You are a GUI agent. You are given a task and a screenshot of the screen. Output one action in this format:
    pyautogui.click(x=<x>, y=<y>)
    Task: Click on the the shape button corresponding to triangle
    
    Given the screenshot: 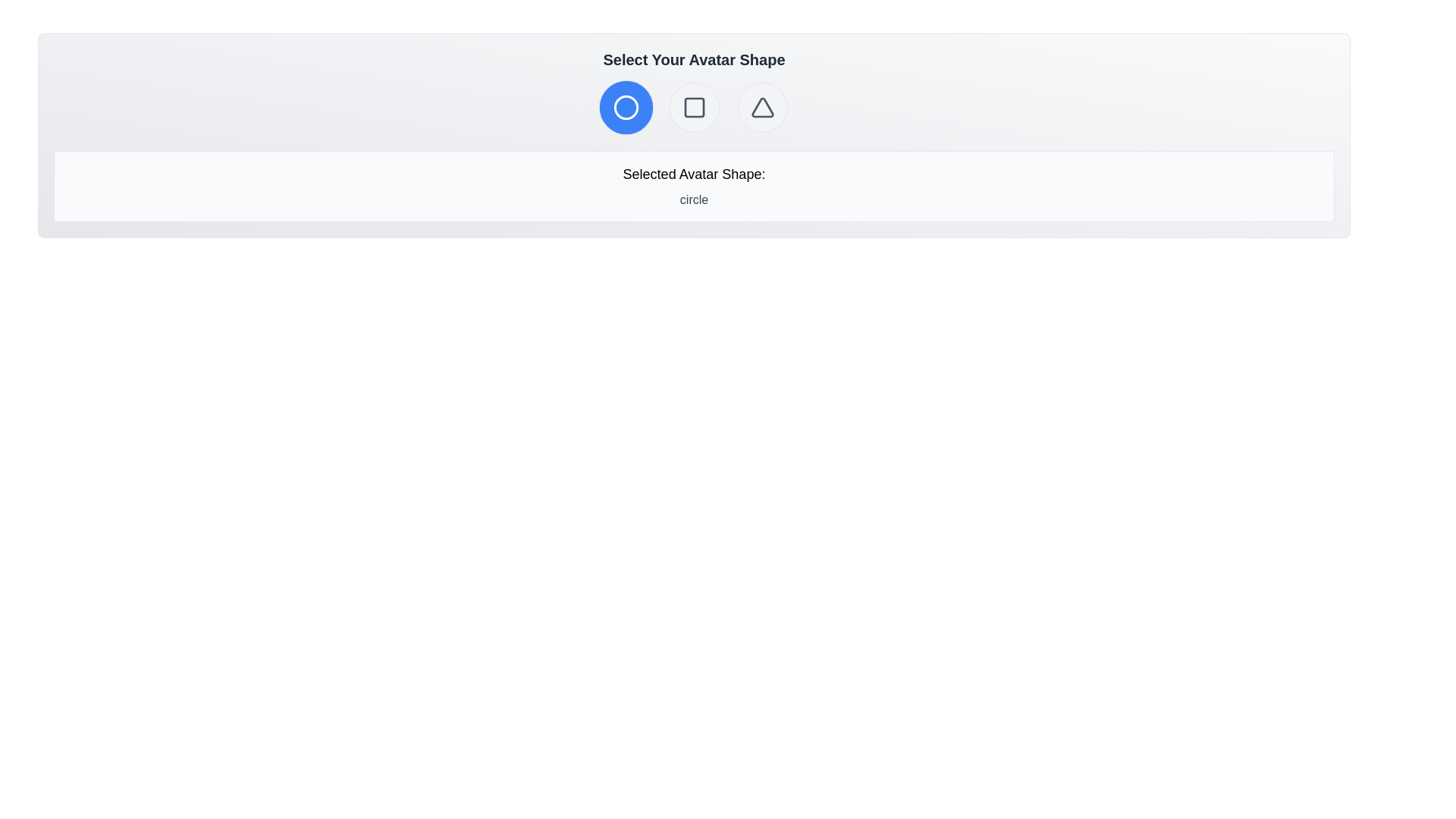 What is the action you would take?
    pyautogui.click(x=762, y=107)
    